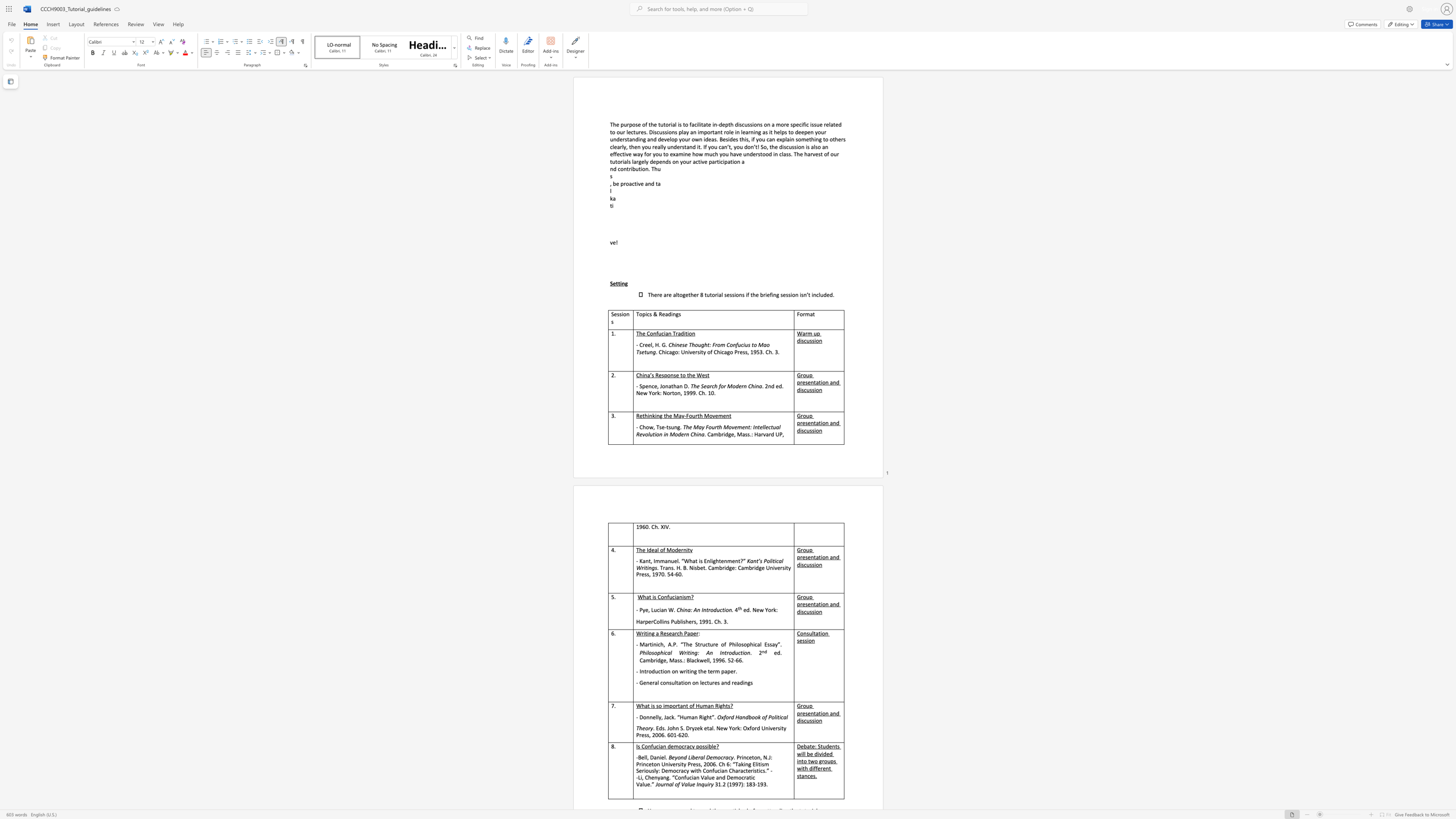  What do you see at coordinates (642, 427) in the screenshot?
I see `the subset text "how, Tse-tsung." within the text "- Chow, Tse-tsung."` at bounding box center [642, 427].